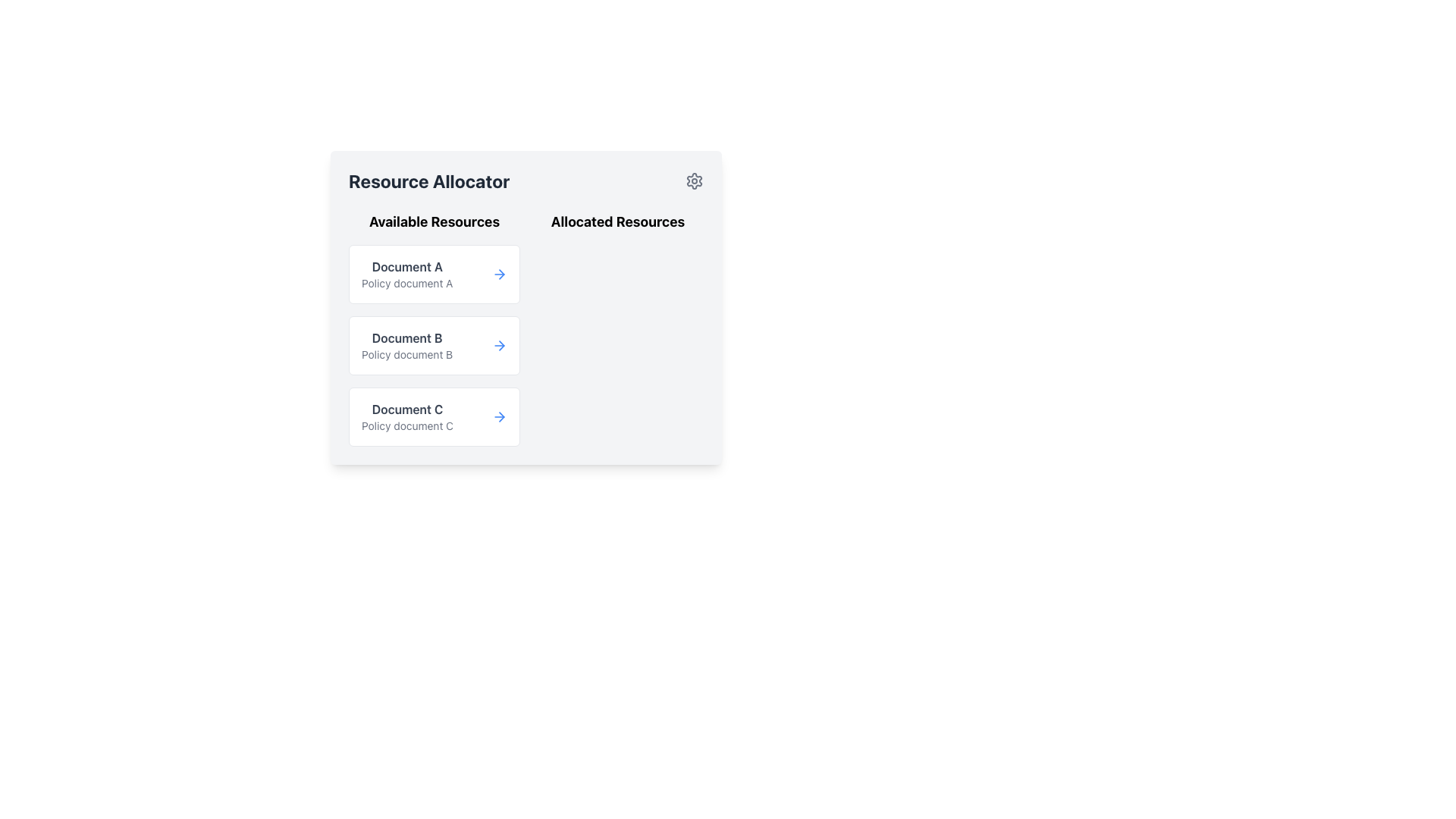 This screenshot has width=1456, height=819. What do you see at coordinates (433, 345) in the screenshot?
I see `the 'Document B' resource entry in the 'Available Resources' section for additional info` at bounding box center [433, 345].